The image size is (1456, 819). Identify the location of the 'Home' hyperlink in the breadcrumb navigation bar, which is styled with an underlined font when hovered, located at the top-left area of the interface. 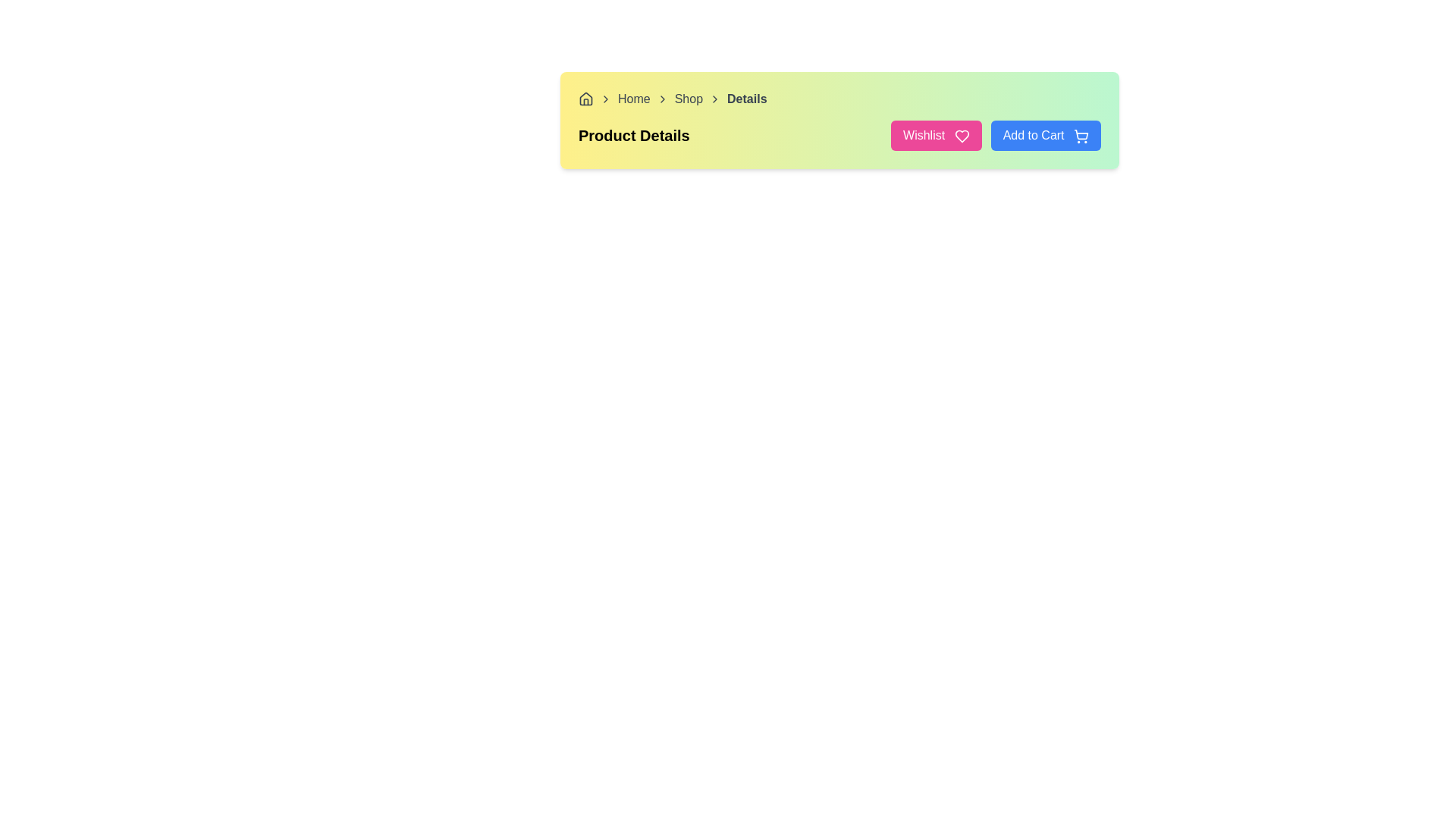
(634, 99).